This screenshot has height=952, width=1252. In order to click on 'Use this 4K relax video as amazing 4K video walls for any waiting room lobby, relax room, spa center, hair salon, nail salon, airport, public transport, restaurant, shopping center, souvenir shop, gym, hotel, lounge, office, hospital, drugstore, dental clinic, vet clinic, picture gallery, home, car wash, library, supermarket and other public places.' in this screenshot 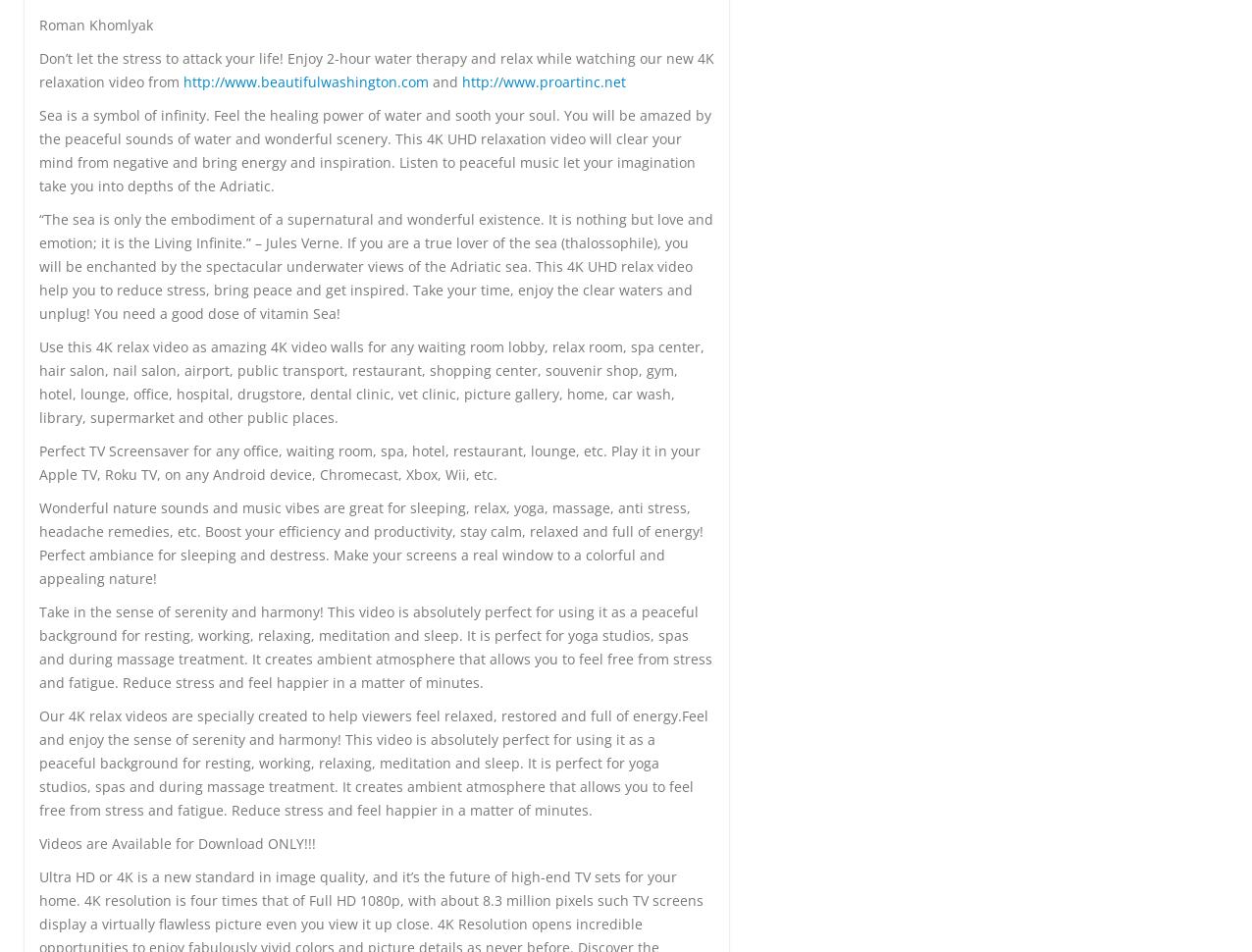, I will do `click(370, 381)`.